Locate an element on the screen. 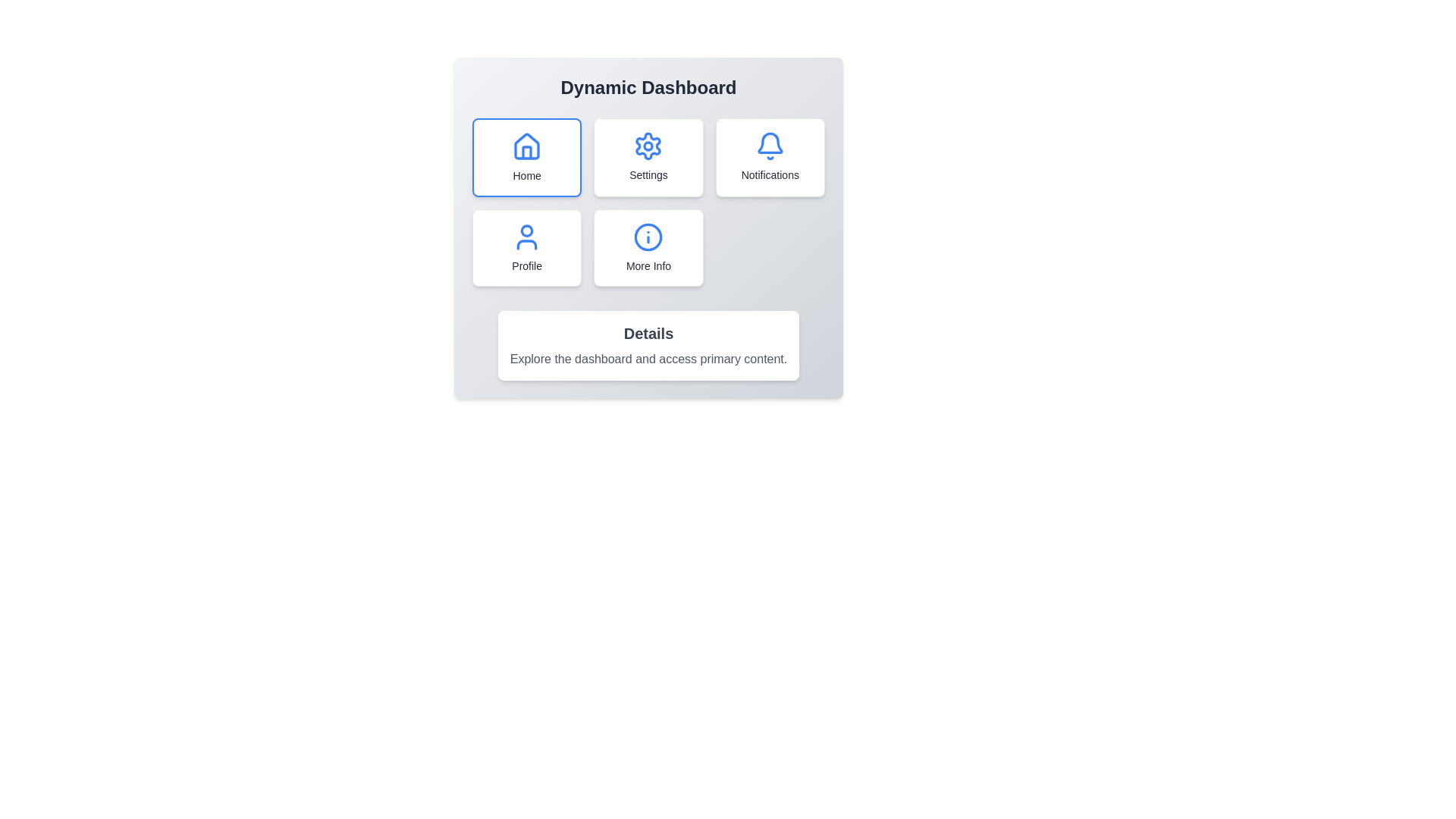  the notifications button, which is the third item in the top row of the grid structure, to trigger a visual effect is located at coordinates (770, 158).